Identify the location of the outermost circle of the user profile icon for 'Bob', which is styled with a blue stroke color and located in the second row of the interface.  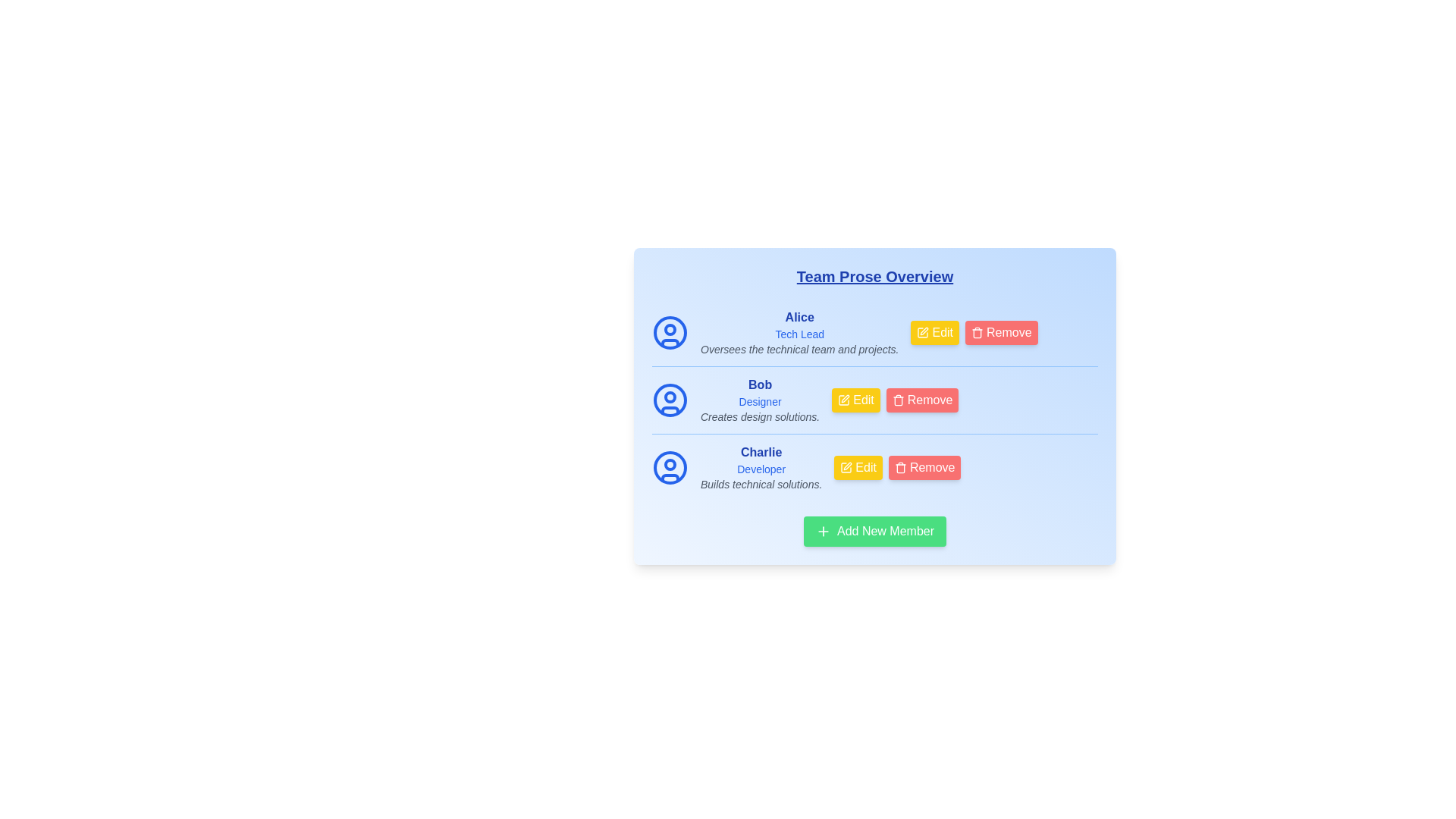
(669, 400).